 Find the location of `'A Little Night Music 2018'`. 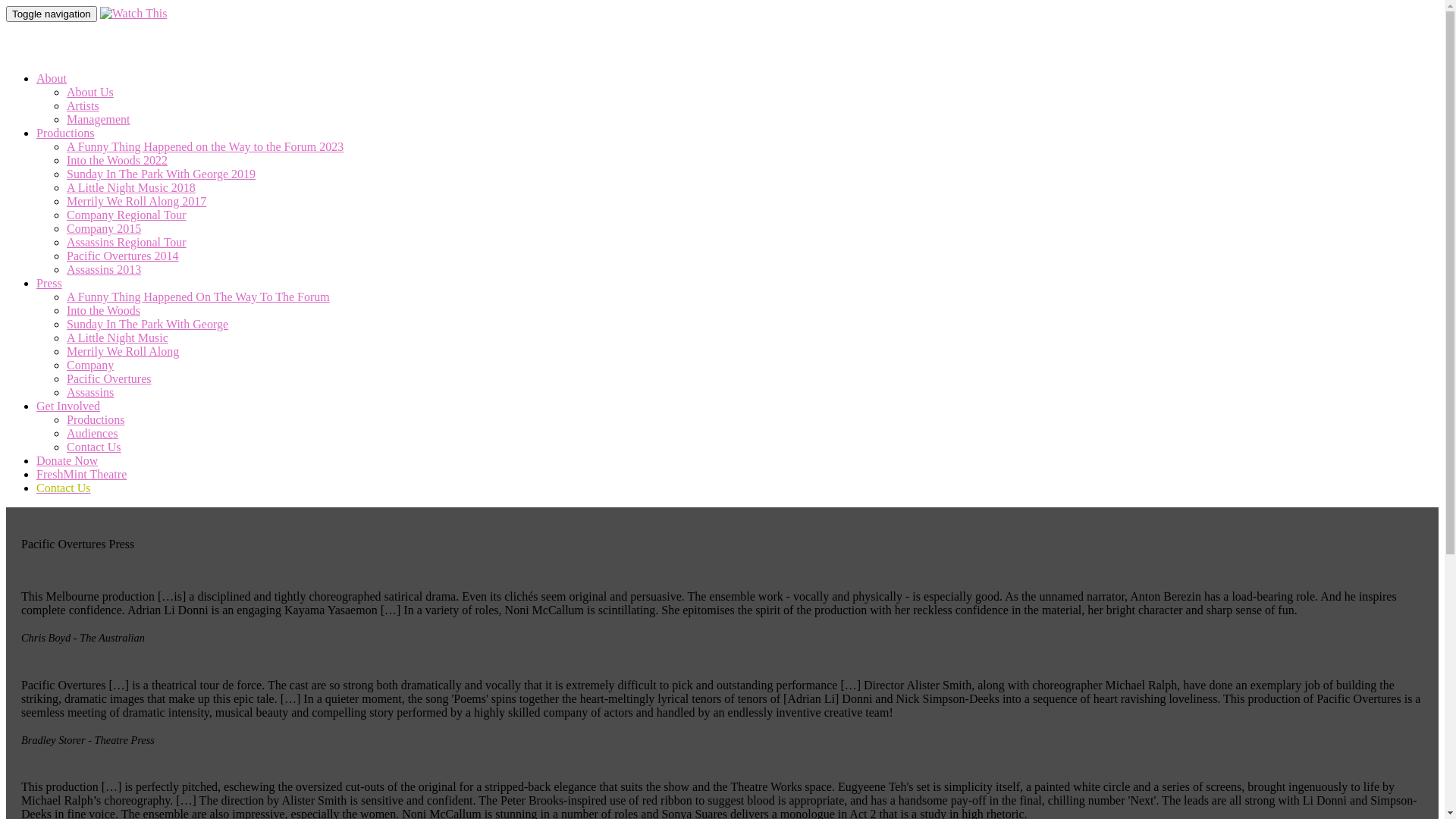

'A Little Night Music 2018' is located at coordinates (130, 187).